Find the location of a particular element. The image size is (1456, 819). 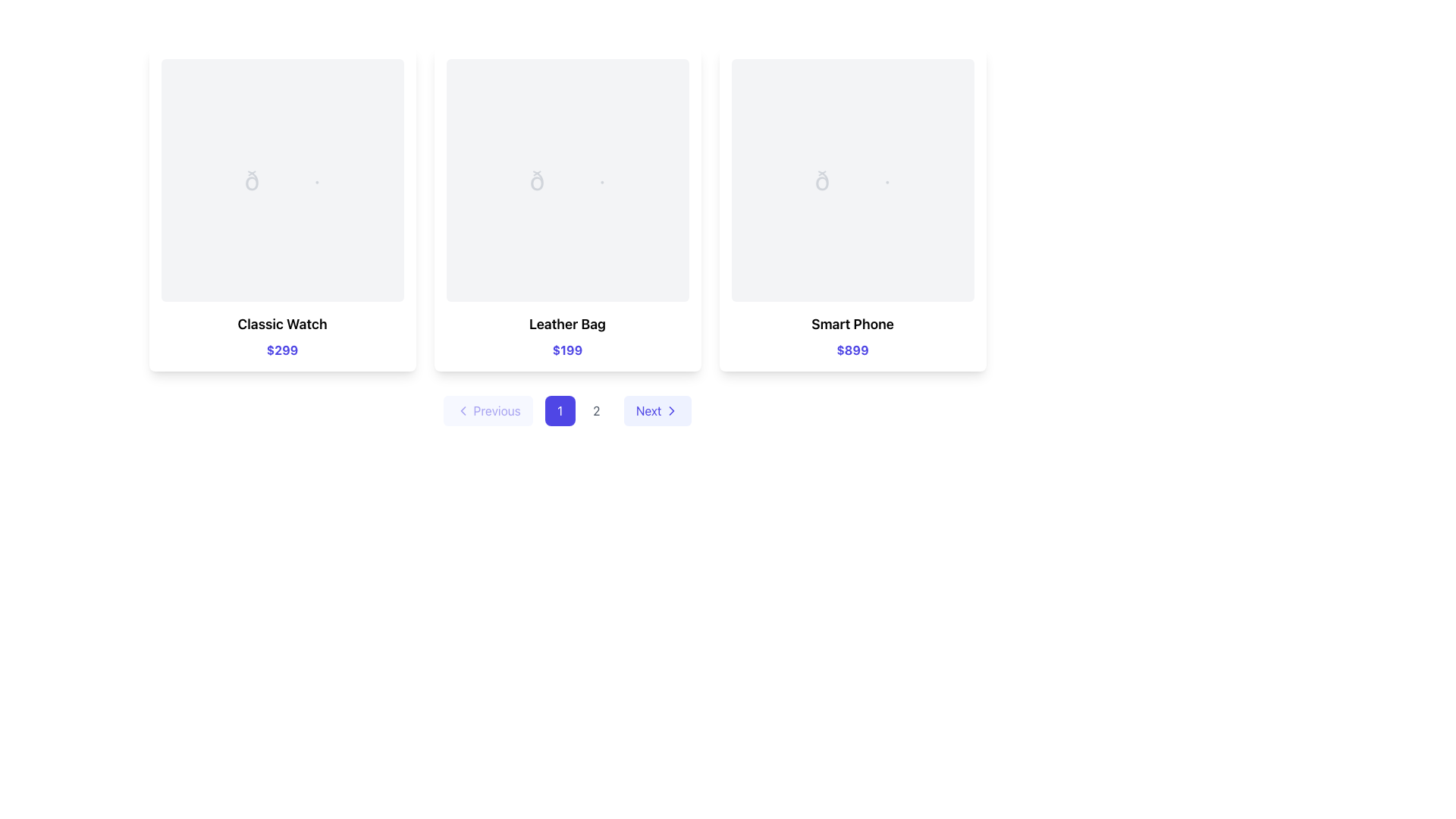

the first pagination button with a deep blue background and white text displaying '1' is located at coordinates (566, 411).